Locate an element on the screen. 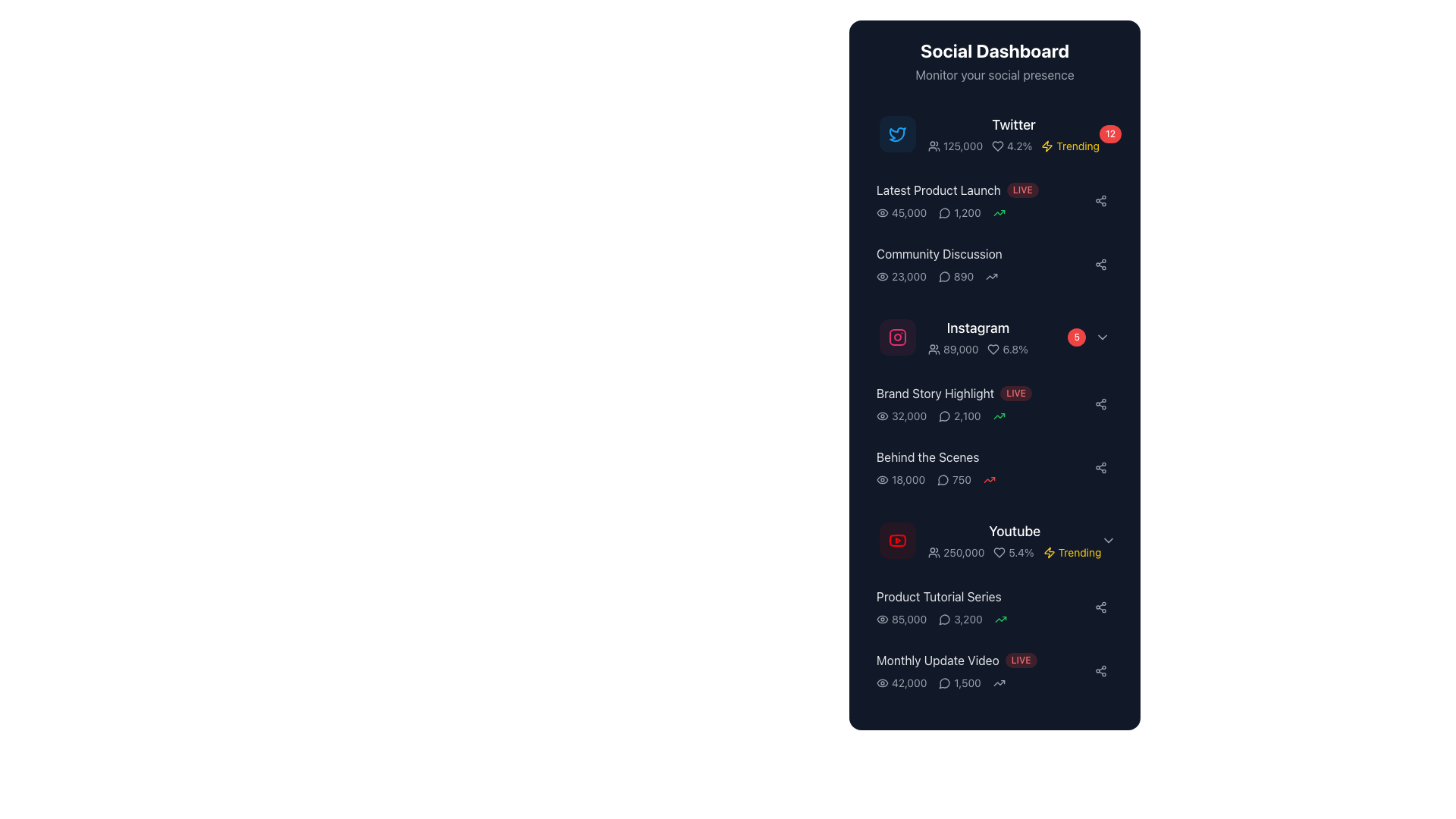 This screenshot has height=819, width=1456. the non-interactive trending statistic icon located in the 'Community Discussion' section, adjacent to the text '890' is located at coordinates (992, 277).